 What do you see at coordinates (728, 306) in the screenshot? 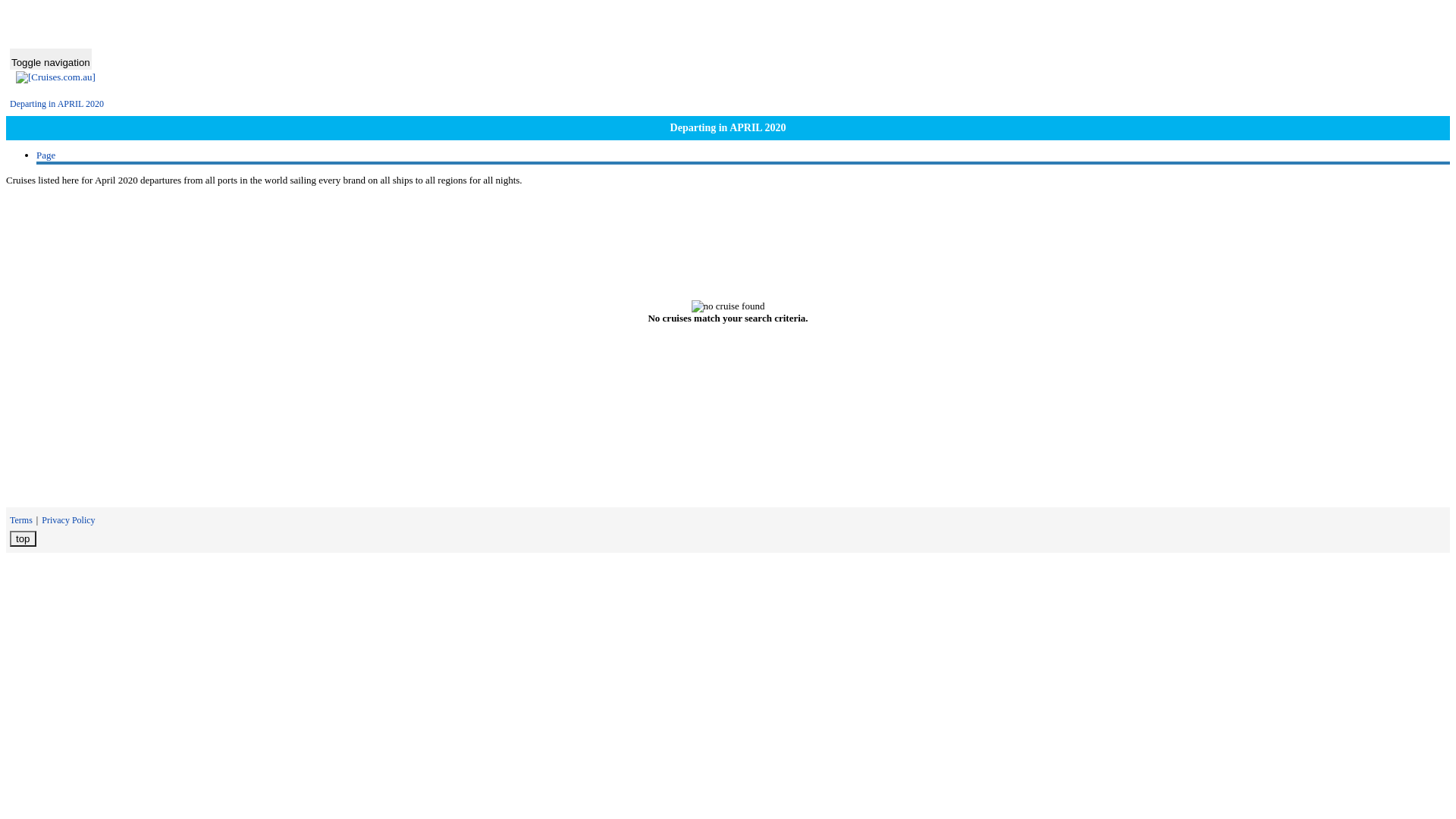
I see `'[Ozcruising.com.au]-no cruise found'` at bounding box center [728, 306].